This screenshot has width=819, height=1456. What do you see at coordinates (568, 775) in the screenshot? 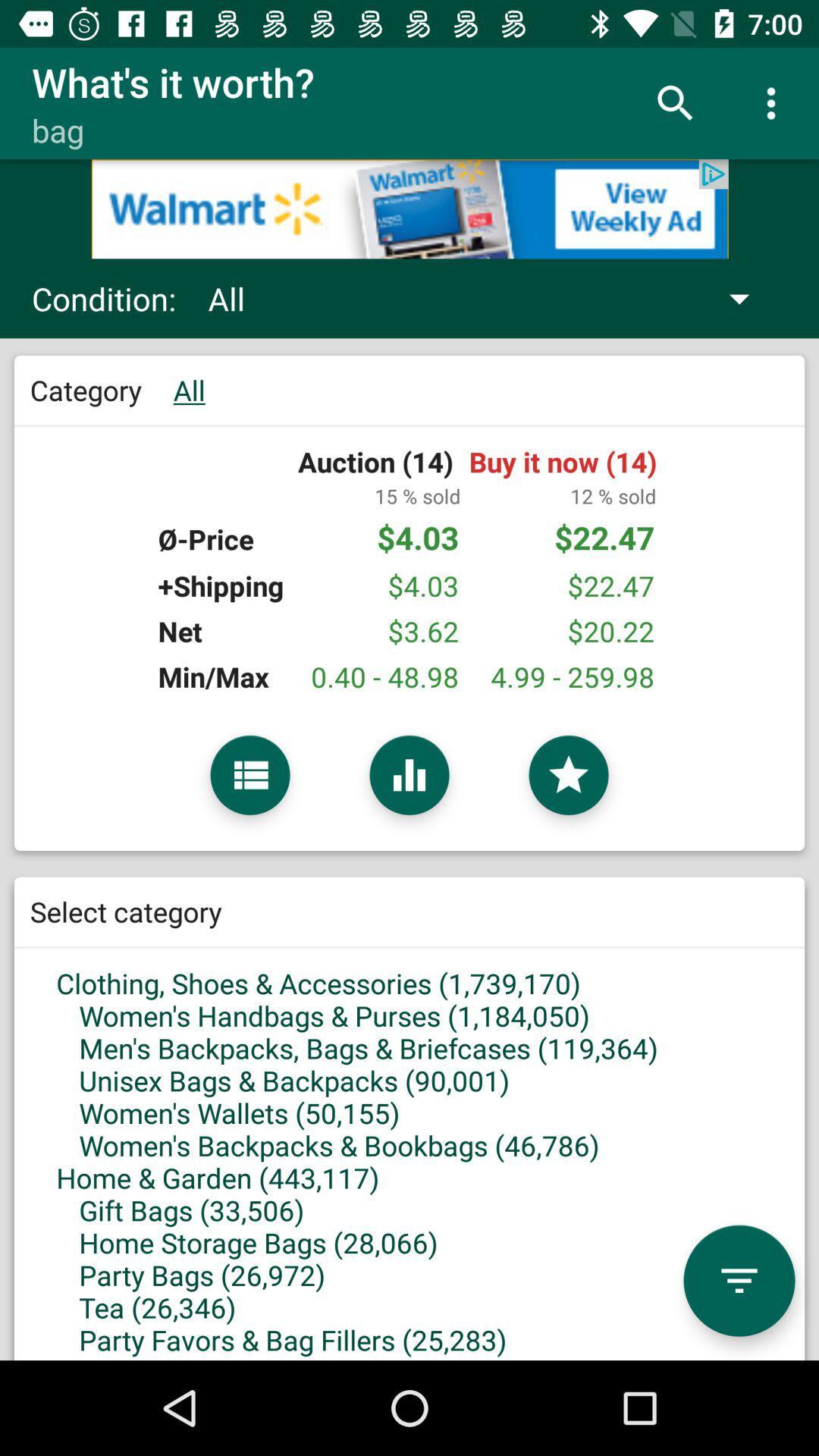
I see `to mark it favorite` at bounding box center [568, 775].